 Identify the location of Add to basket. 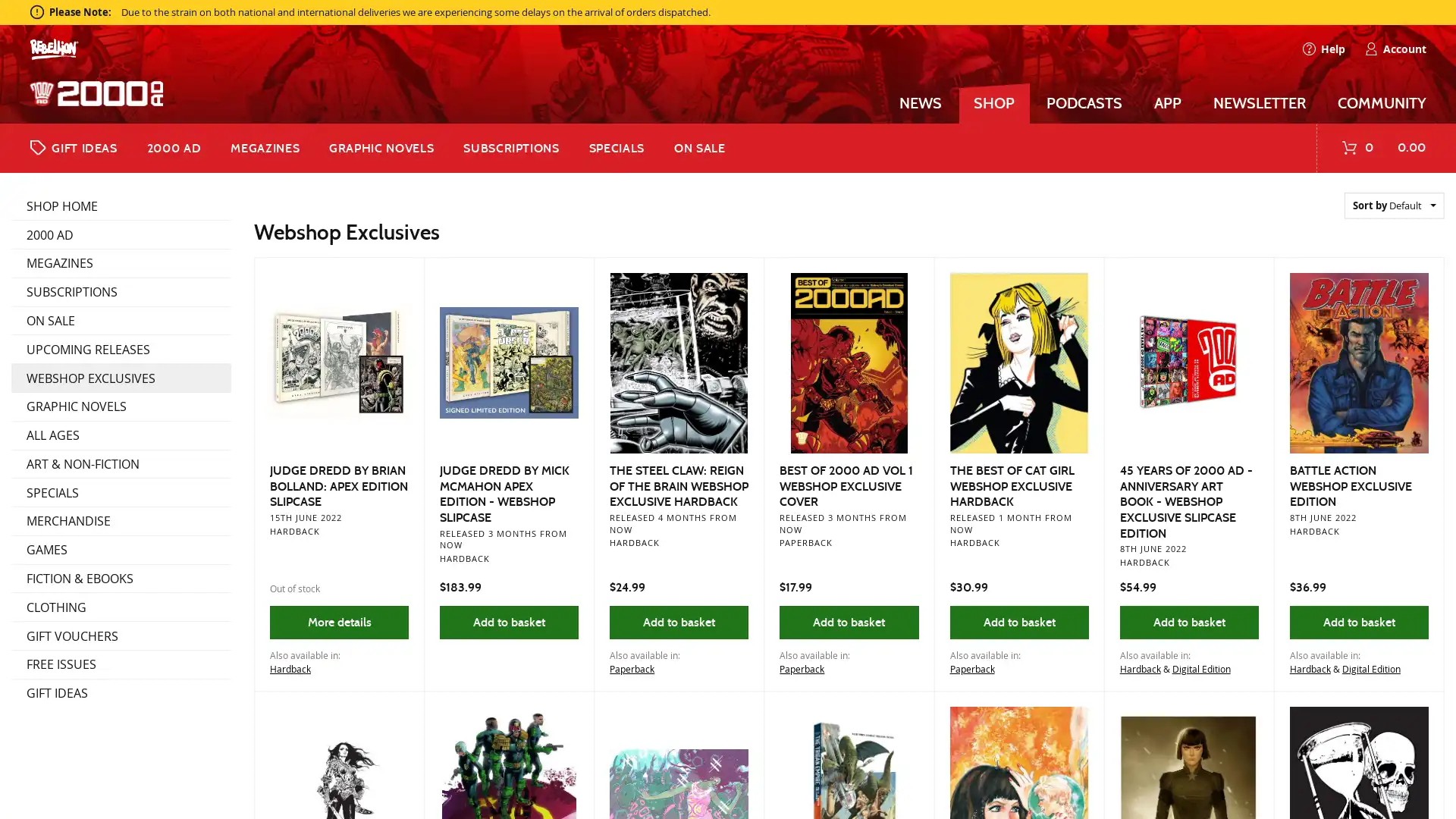
(1358, 622).